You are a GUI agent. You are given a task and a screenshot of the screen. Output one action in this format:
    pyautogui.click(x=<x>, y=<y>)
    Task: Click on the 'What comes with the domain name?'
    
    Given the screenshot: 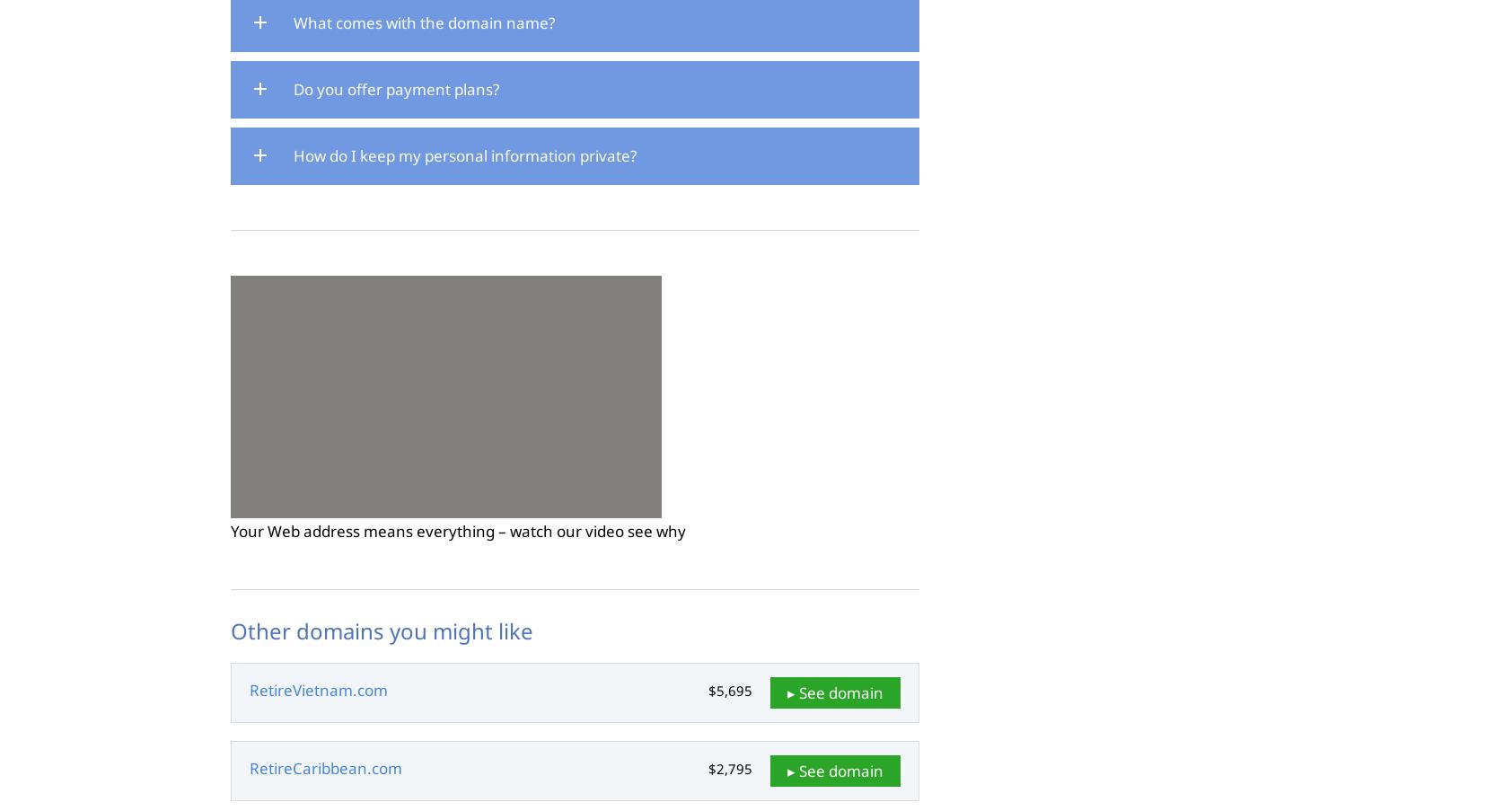 What is the action you would take?
    pyautogui.click(x=294, y=22)
    